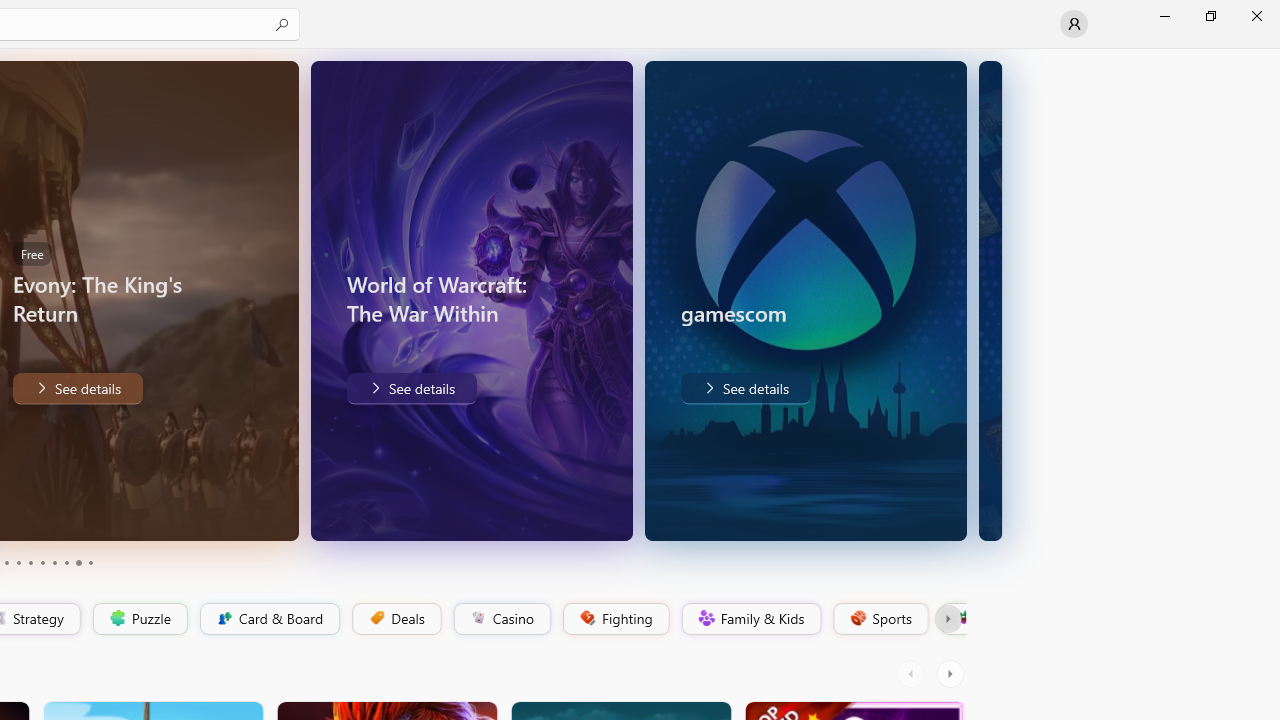 This screenshot has width=1280, height=720. What do you see at coordinates (30, 563) in the screenshot?
I see `'Page 5'` at bounding box center [30, 563].